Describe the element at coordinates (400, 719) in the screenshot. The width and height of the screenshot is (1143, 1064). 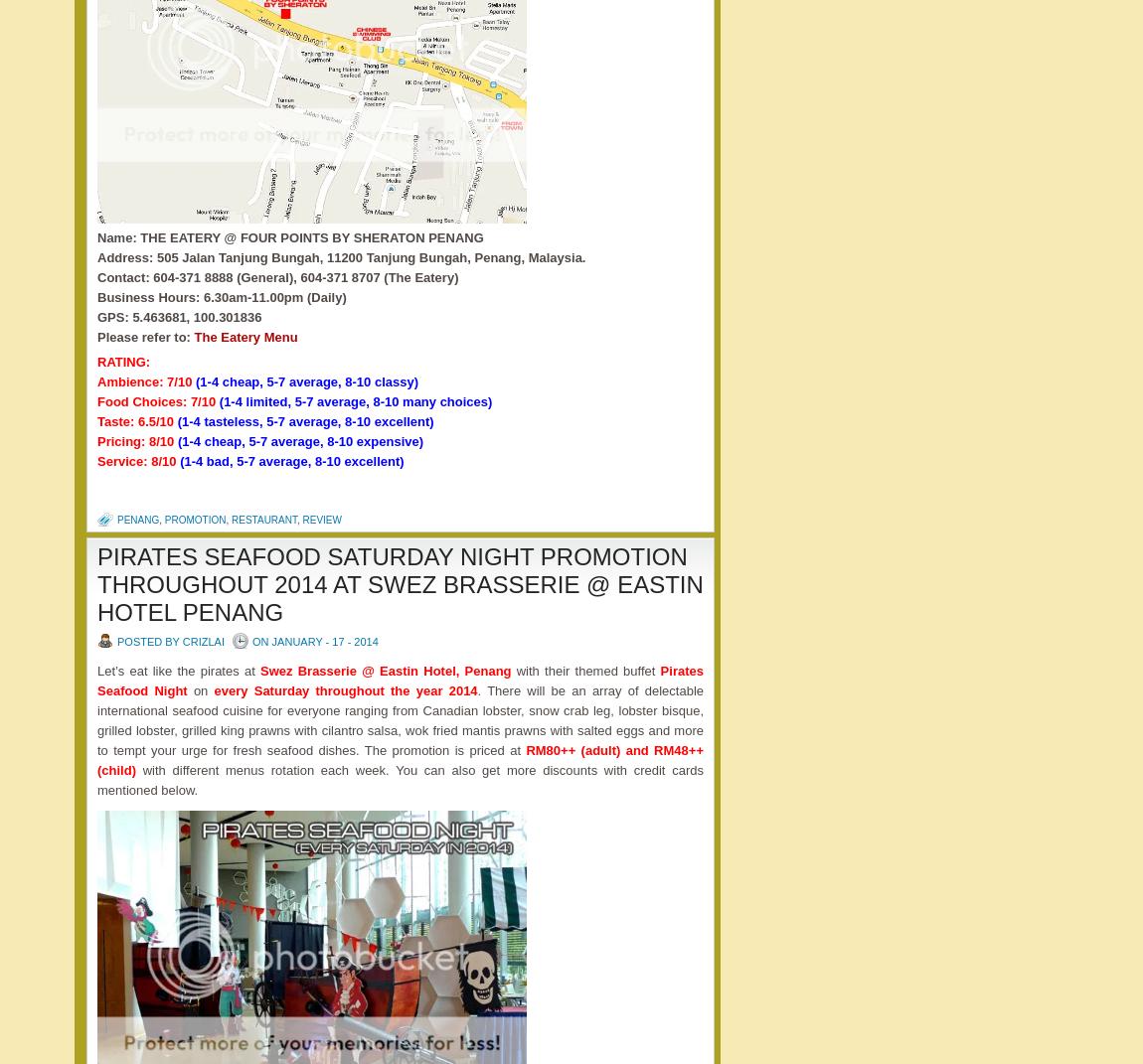
I see `'. There will be an array of delectable international seafood cuisine for everyone ranging from Canadian lobster, snow crab leg, lobster bisque, grilled lobster, grilled king prawns with cilantro salsa, wok fried mantis prawns with salted eggs and more to tempt your urge for fresh seafood dishes. The promotion is priced at'` at that location.